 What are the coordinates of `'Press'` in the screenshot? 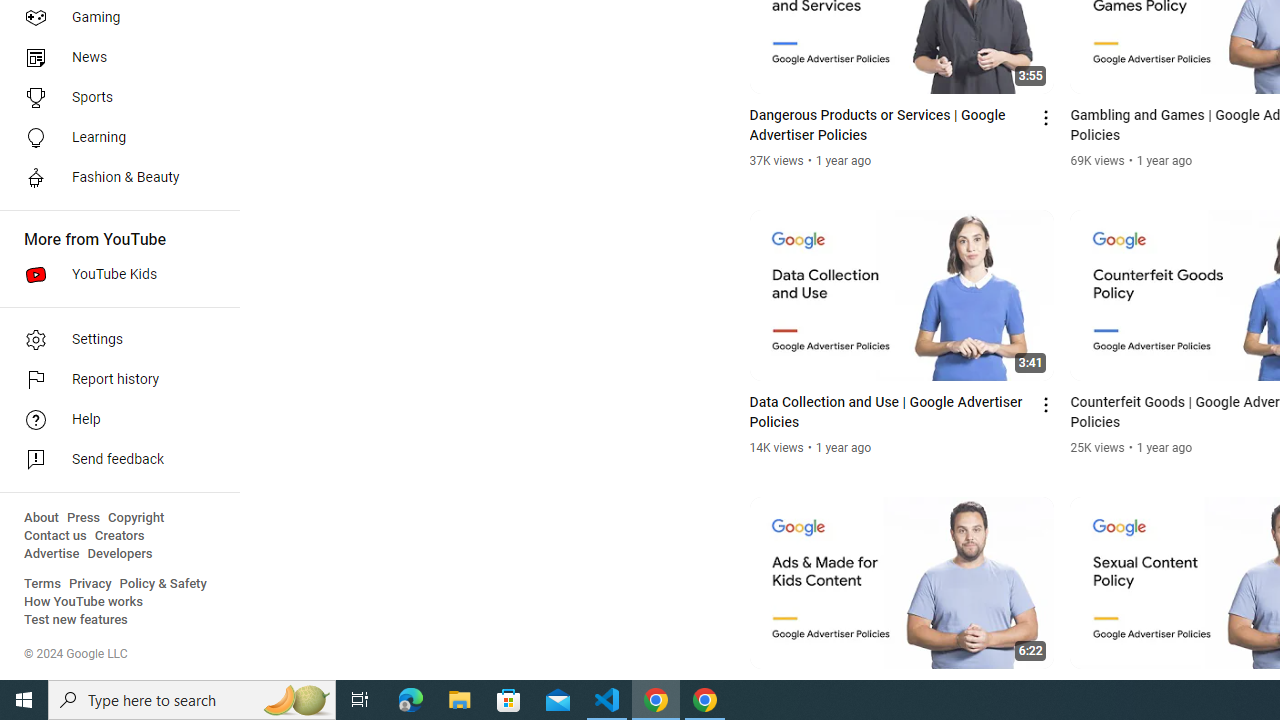 It's located at (82, 517).